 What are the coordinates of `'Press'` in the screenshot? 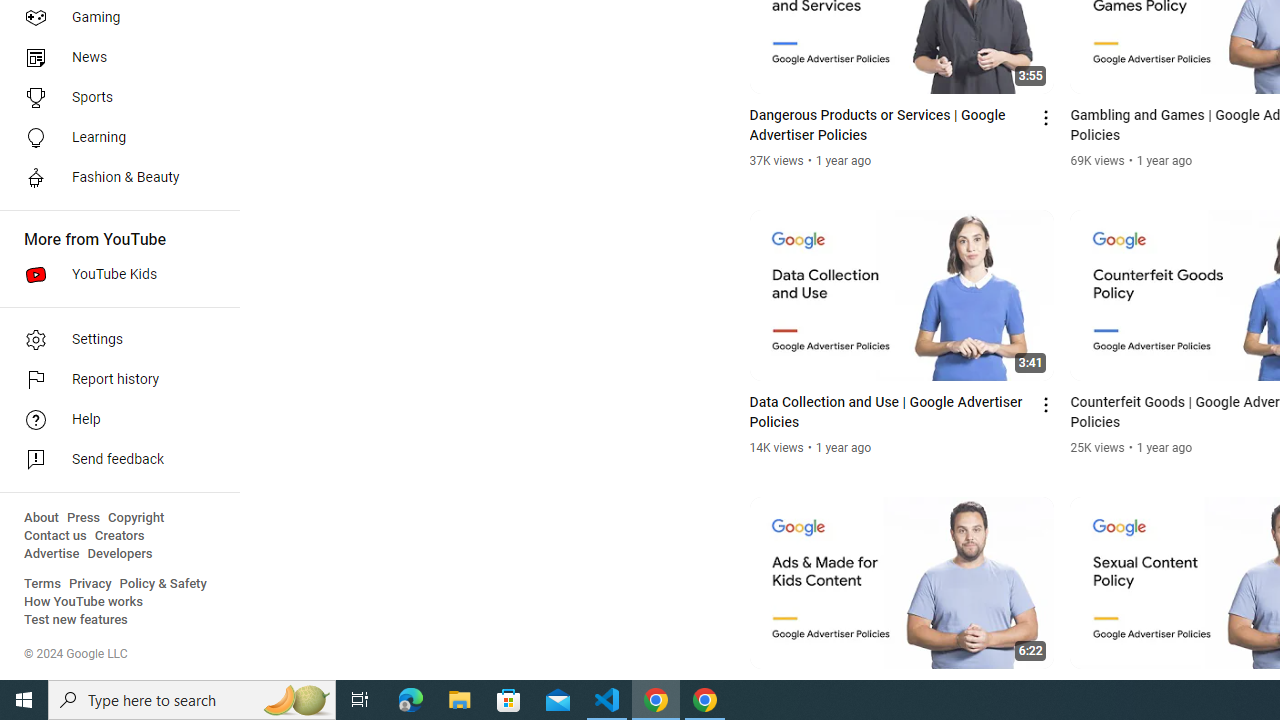 It's located at (82, 517).